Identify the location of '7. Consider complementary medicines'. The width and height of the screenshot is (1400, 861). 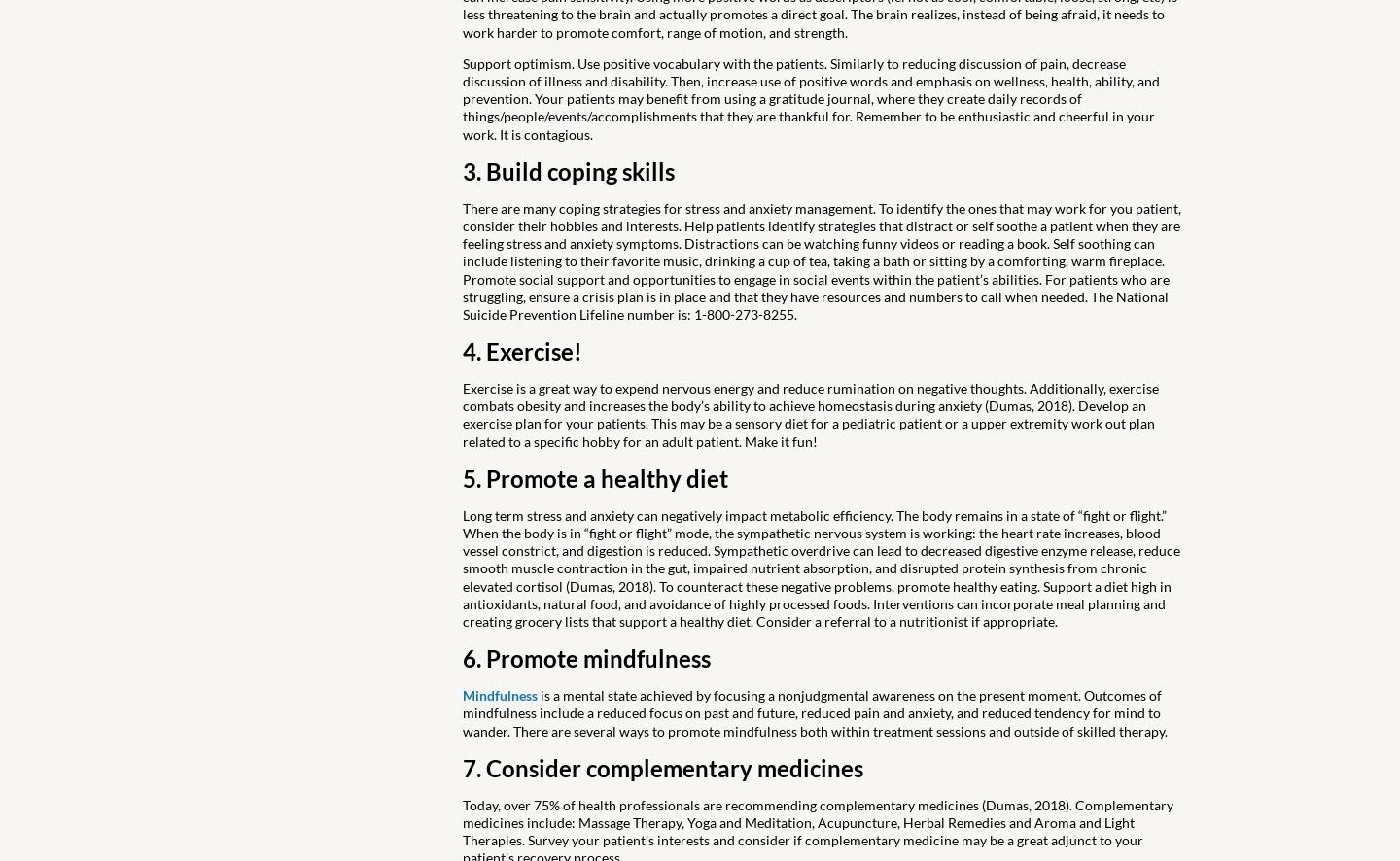
(662, 766).